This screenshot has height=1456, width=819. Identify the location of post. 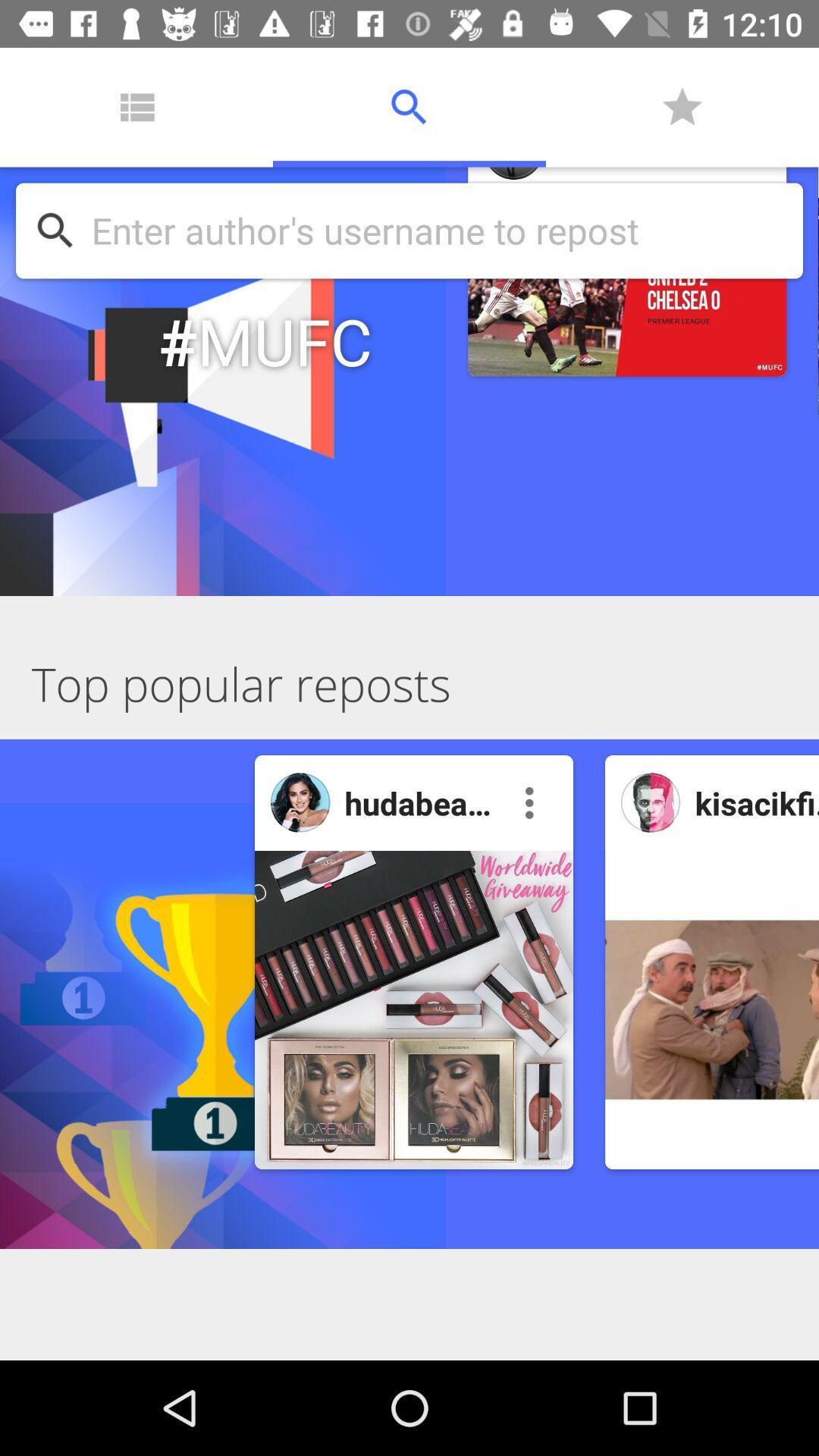
(711, 1009).